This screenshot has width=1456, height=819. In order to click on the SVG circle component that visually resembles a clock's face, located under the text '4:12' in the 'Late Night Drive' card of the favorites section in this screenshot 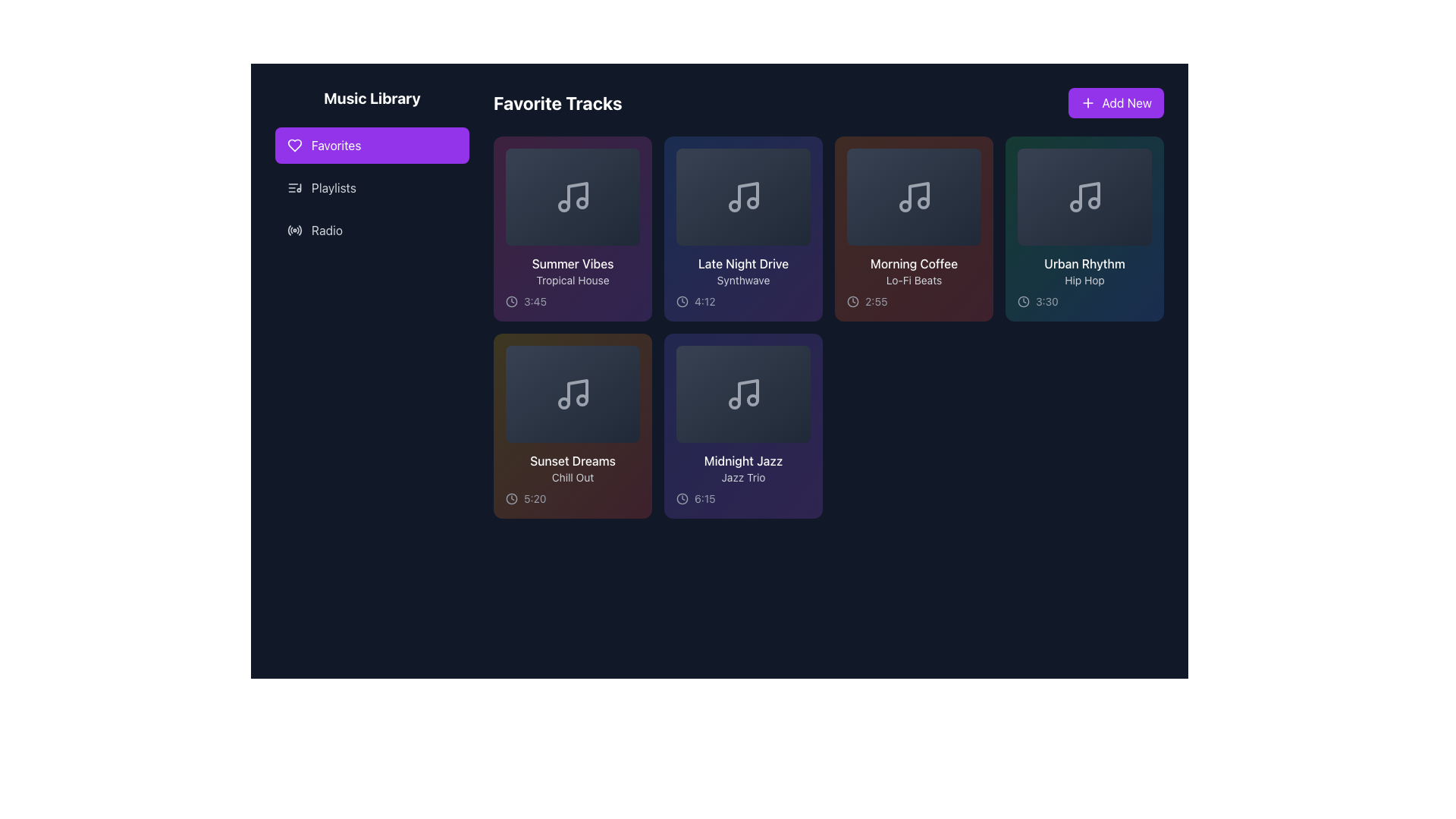, I will do `click(682, 301)`.